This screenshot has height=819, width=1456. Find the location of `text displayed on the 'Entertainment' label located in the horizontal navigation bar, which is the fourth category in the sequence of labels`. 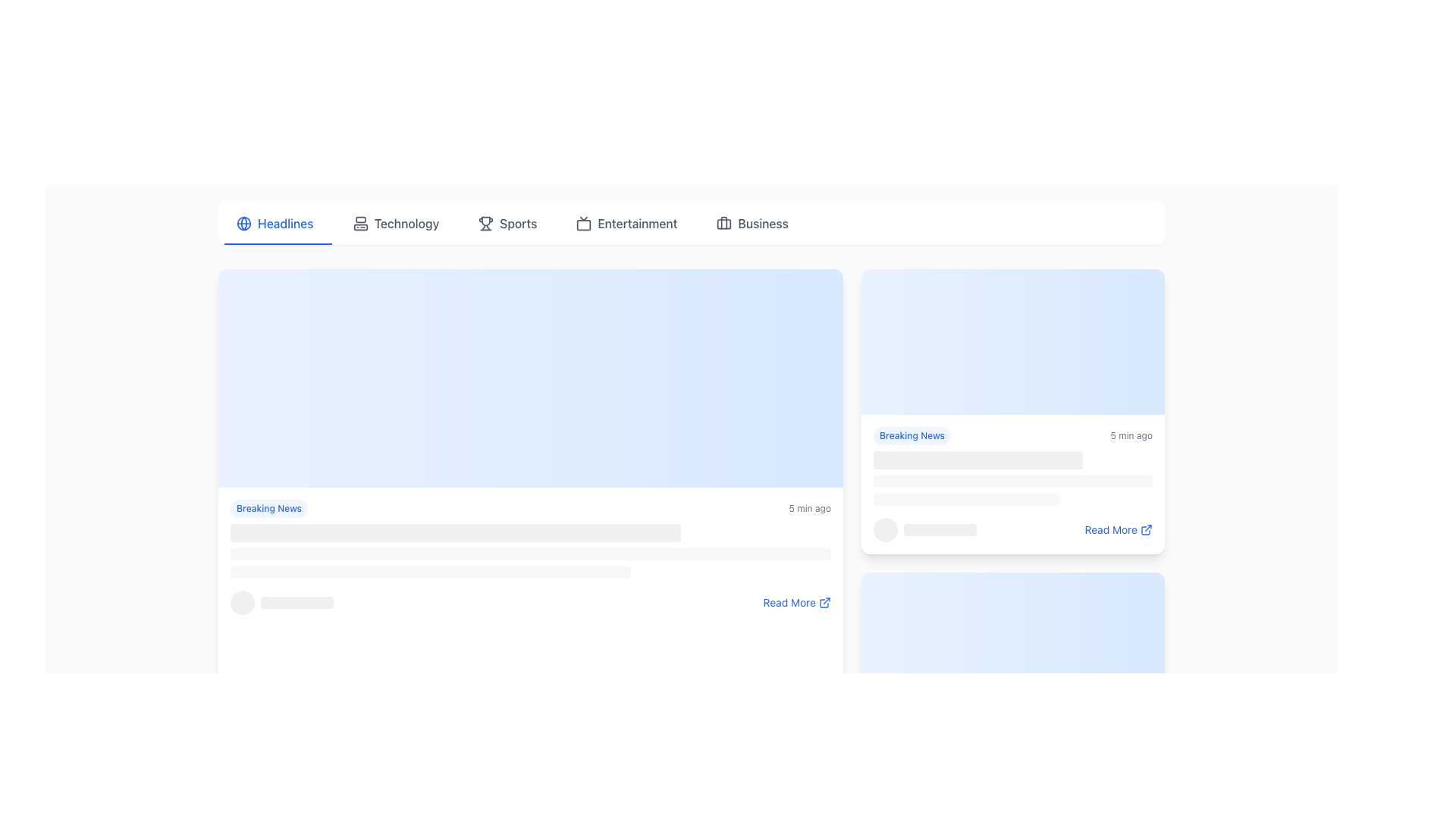

text displayed on the 'Entertainment' label located in the horizontal navigation bar, which is the fourth category in the sequence of labels is located at coordinates (637, 223).